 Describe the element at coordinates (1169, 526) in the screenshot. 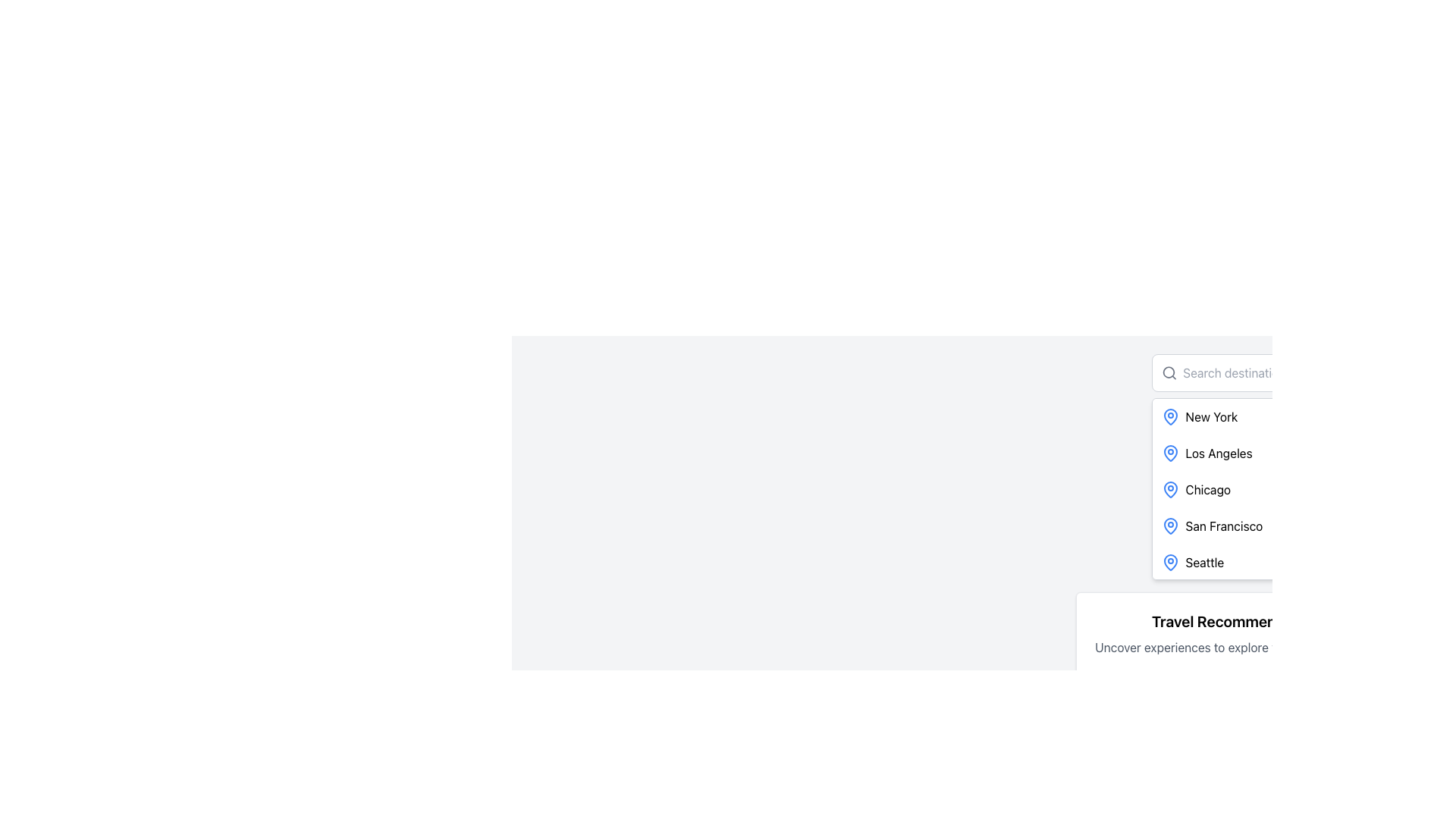

I see `the icon representing 'San Francisco' located at the leftmost side of the list item, aligned with the text of the label` at that location.